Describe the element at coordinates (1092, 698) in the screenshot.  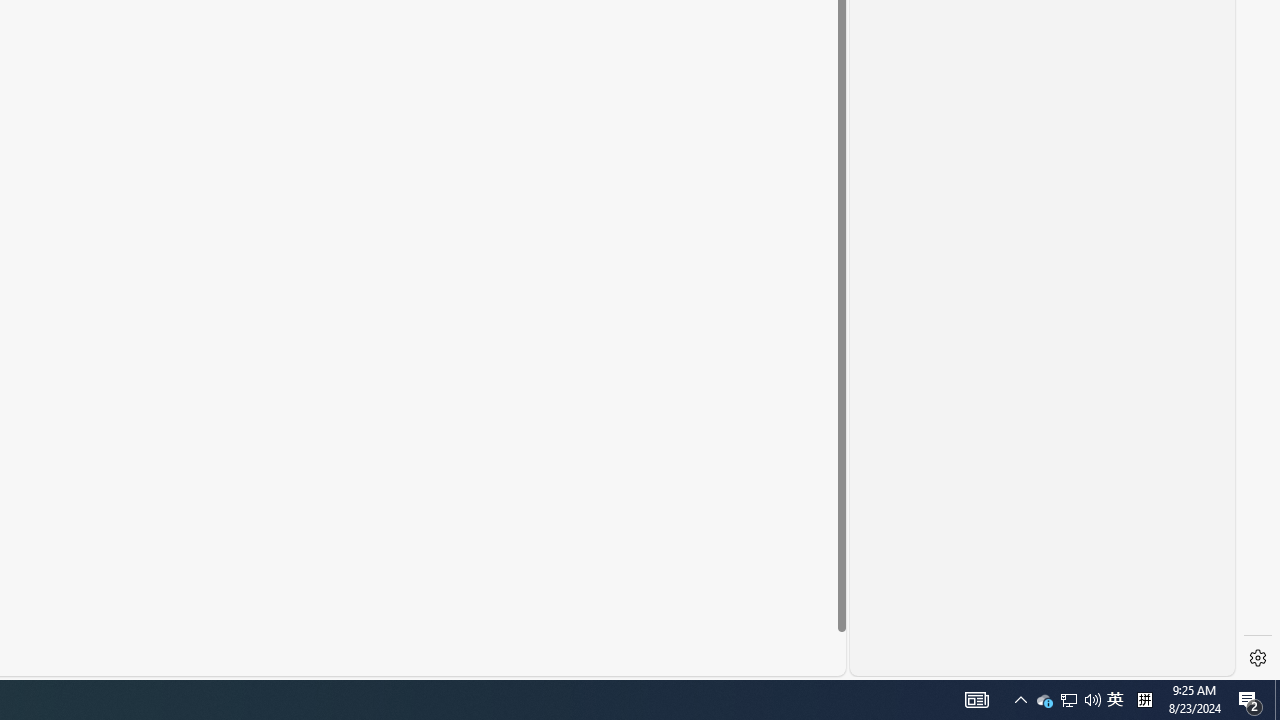
I see `'Q2790: 100%'` at that location.